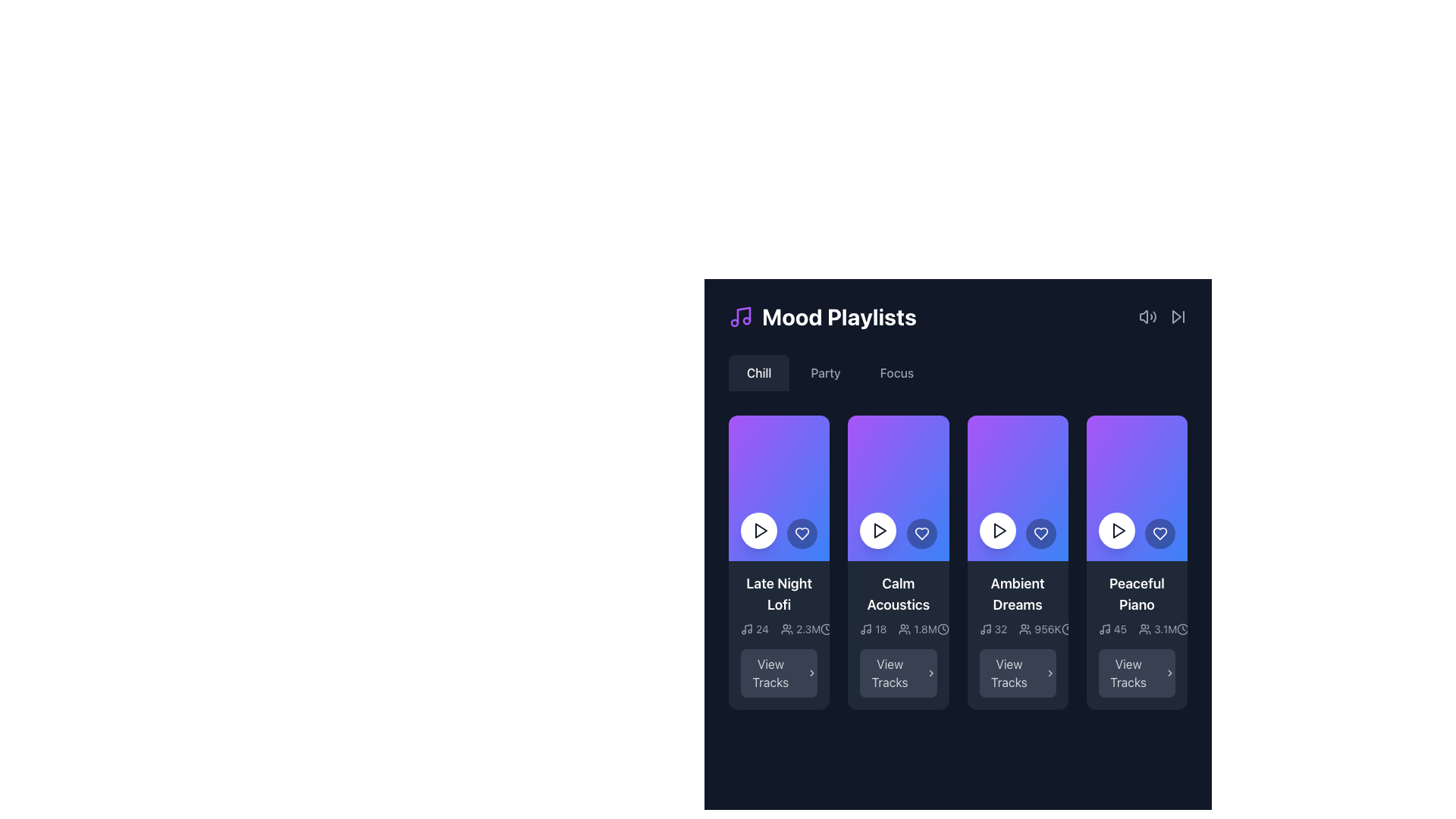 The width and height of the screenshot is (1456, 819). Describe the element at coordinates (1116, 529) in the screenshot. I see `the circular button with a white background and a triangular play icon to play media` at that location.